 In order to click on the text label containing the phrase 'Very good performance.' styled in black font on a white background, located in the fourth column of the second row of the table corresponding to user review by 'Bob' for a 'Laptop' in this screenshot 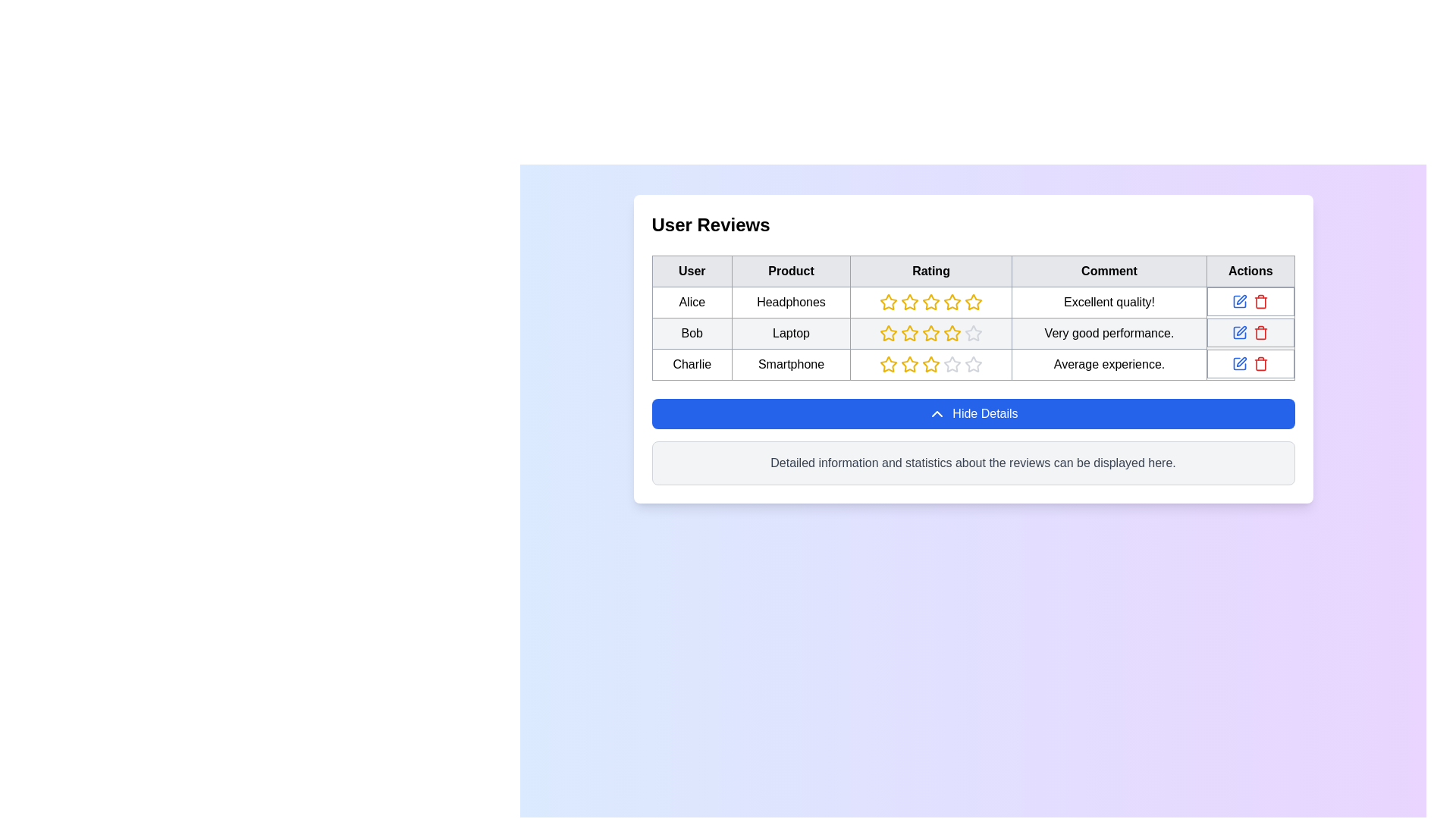, I will do `click(1109, 332)`.